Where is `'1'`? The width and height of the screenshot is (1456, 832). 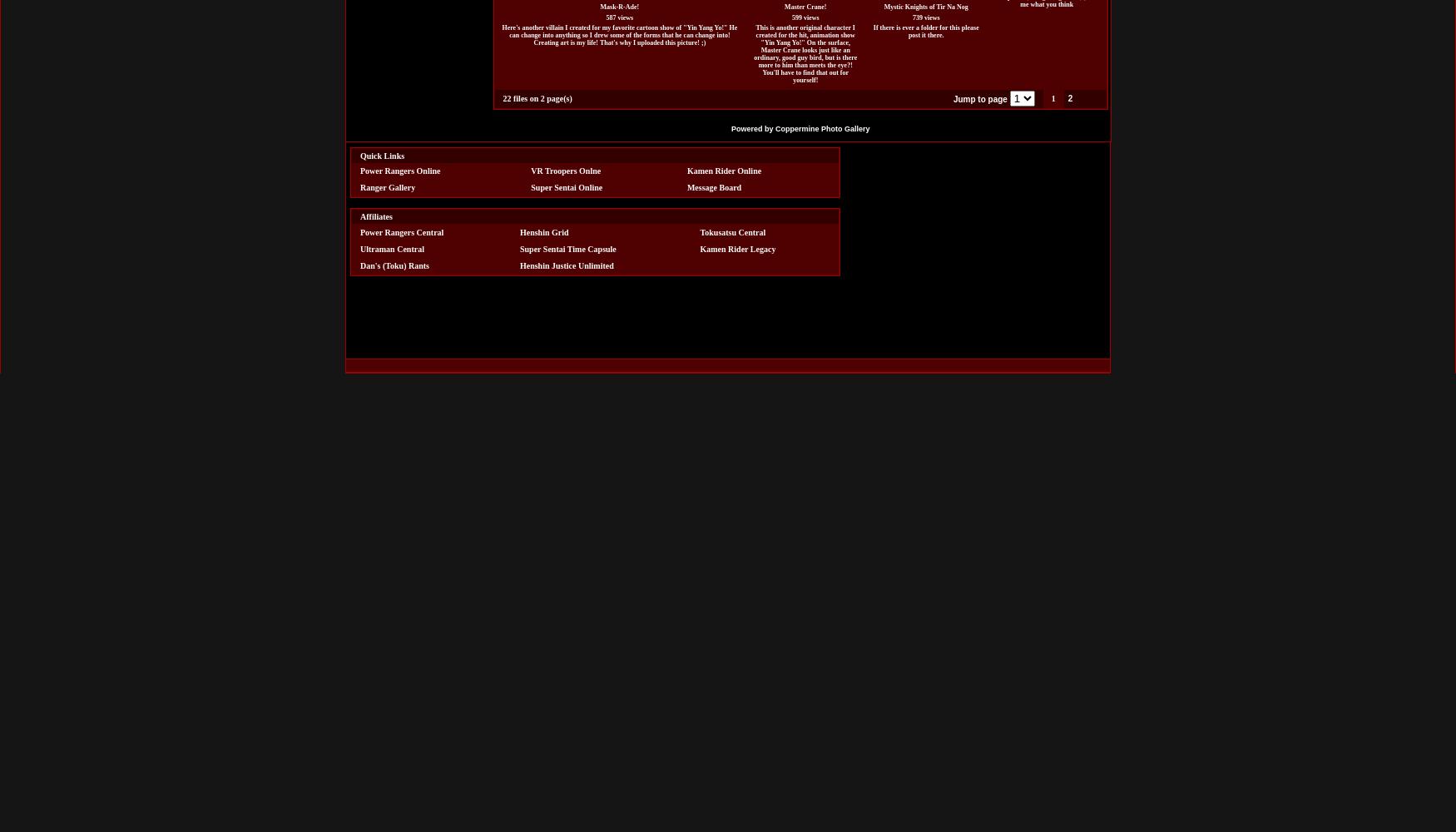
'1' is located at coordinates (1049, 97).